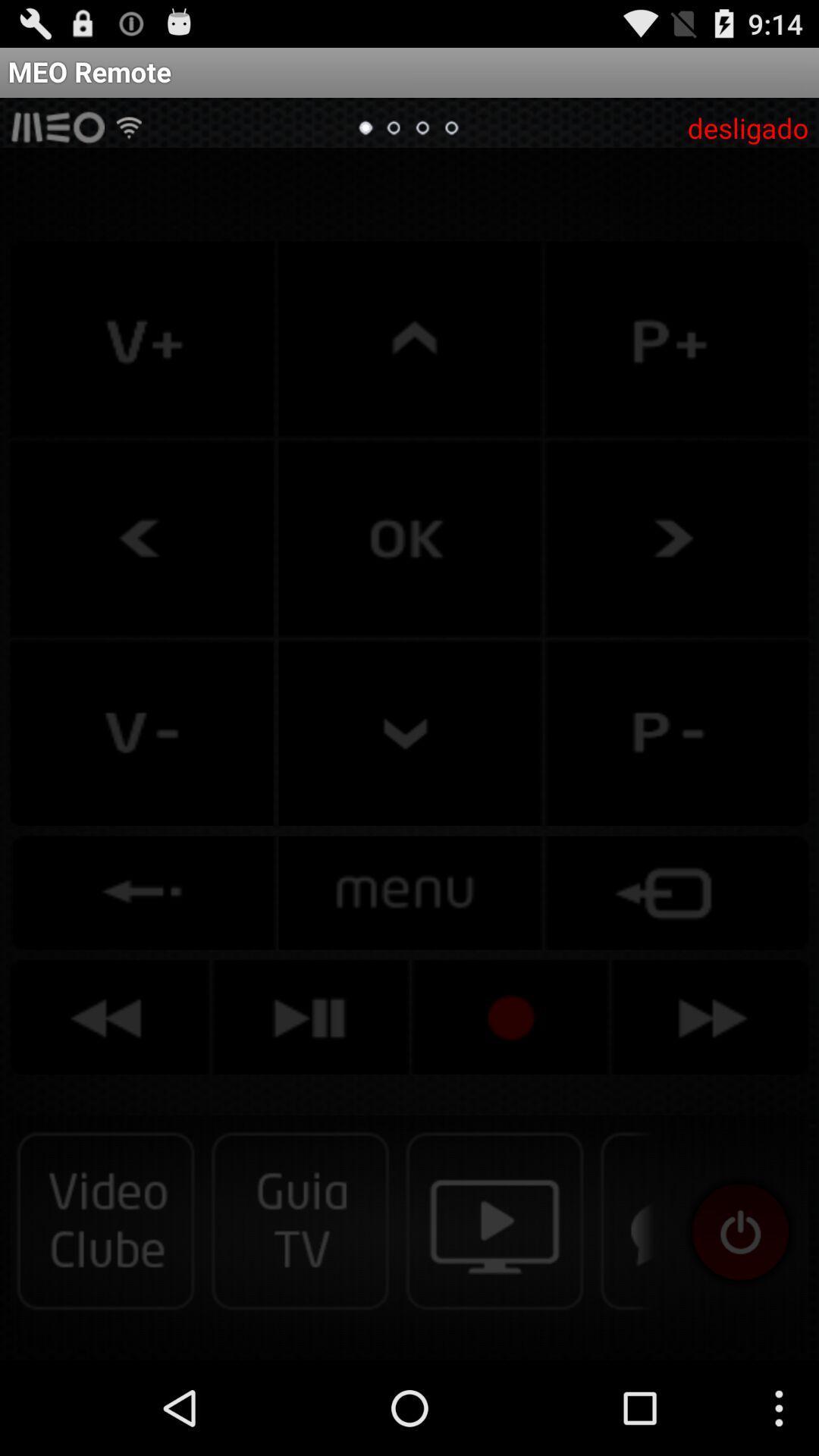  What do you see at coordinates (747, 127) in the screenshot?
I see `icon below the meo remote app` at bounding box center [747, 127].